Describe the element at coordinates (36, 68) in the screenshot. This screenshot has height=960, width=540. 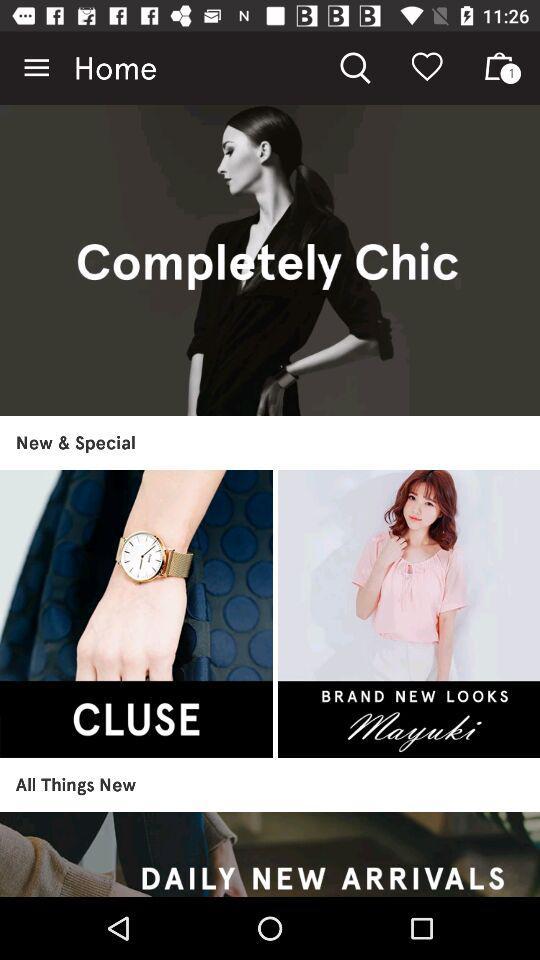
I see `icon to the left of home` at that location.